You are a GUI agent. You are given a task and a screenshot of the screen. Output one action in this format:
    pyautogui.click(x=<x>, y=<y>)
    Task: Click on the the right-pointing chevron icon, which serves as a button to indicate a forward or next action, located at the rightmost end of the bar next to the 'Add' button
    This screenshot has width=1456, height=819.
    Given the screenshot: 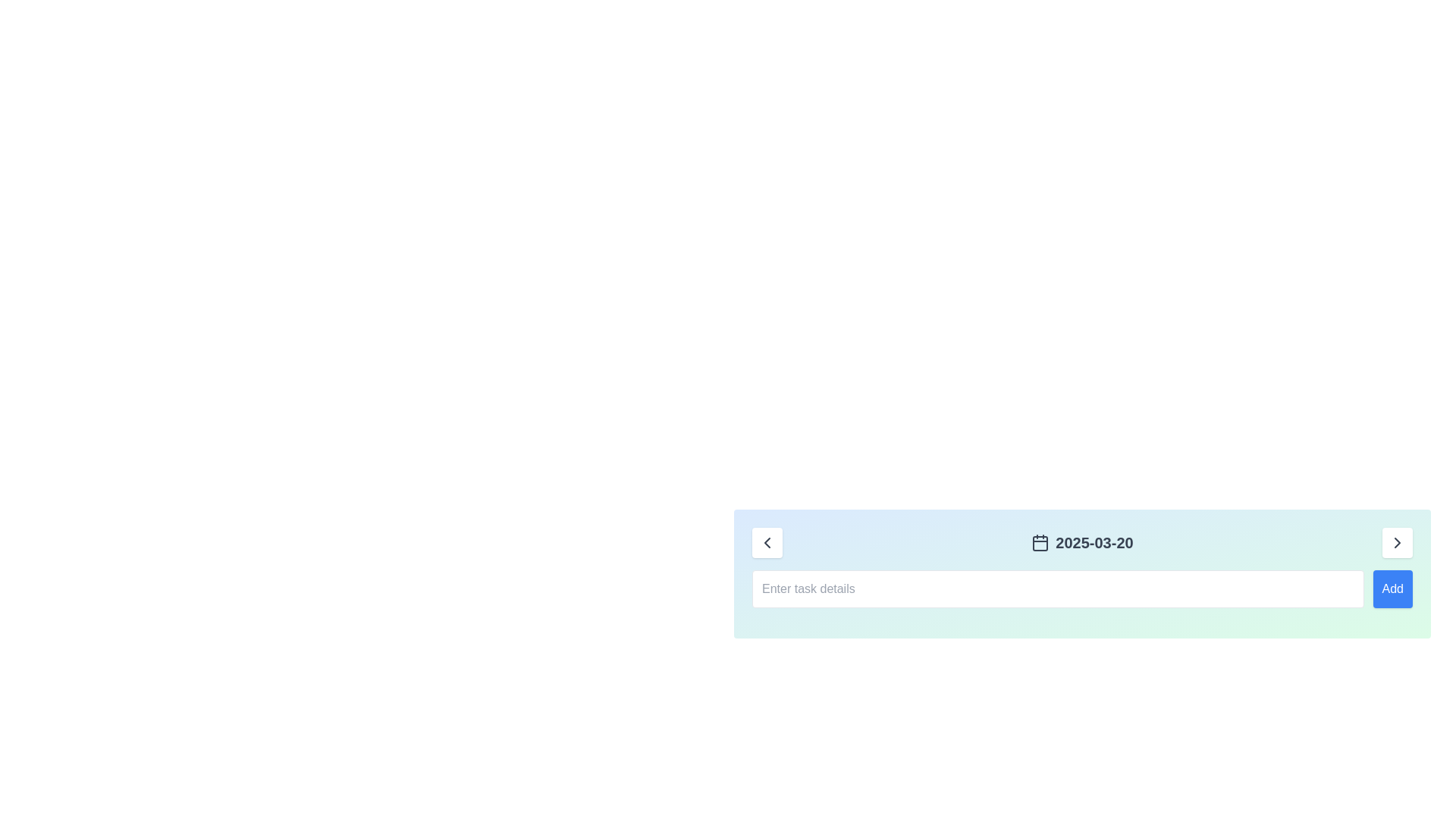 What is the action you would take?
    pyautogui.click(x=1397, y=542)
    